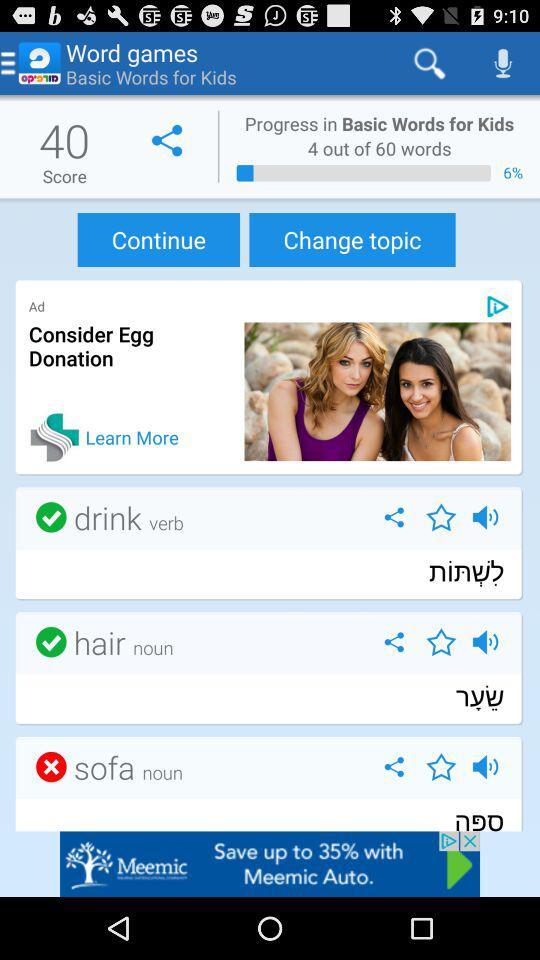 This screenshot has height=960, width=540. Describe the element at coordinates (270, 863) in the screenshot. I see `pop up advertisement` at that location.